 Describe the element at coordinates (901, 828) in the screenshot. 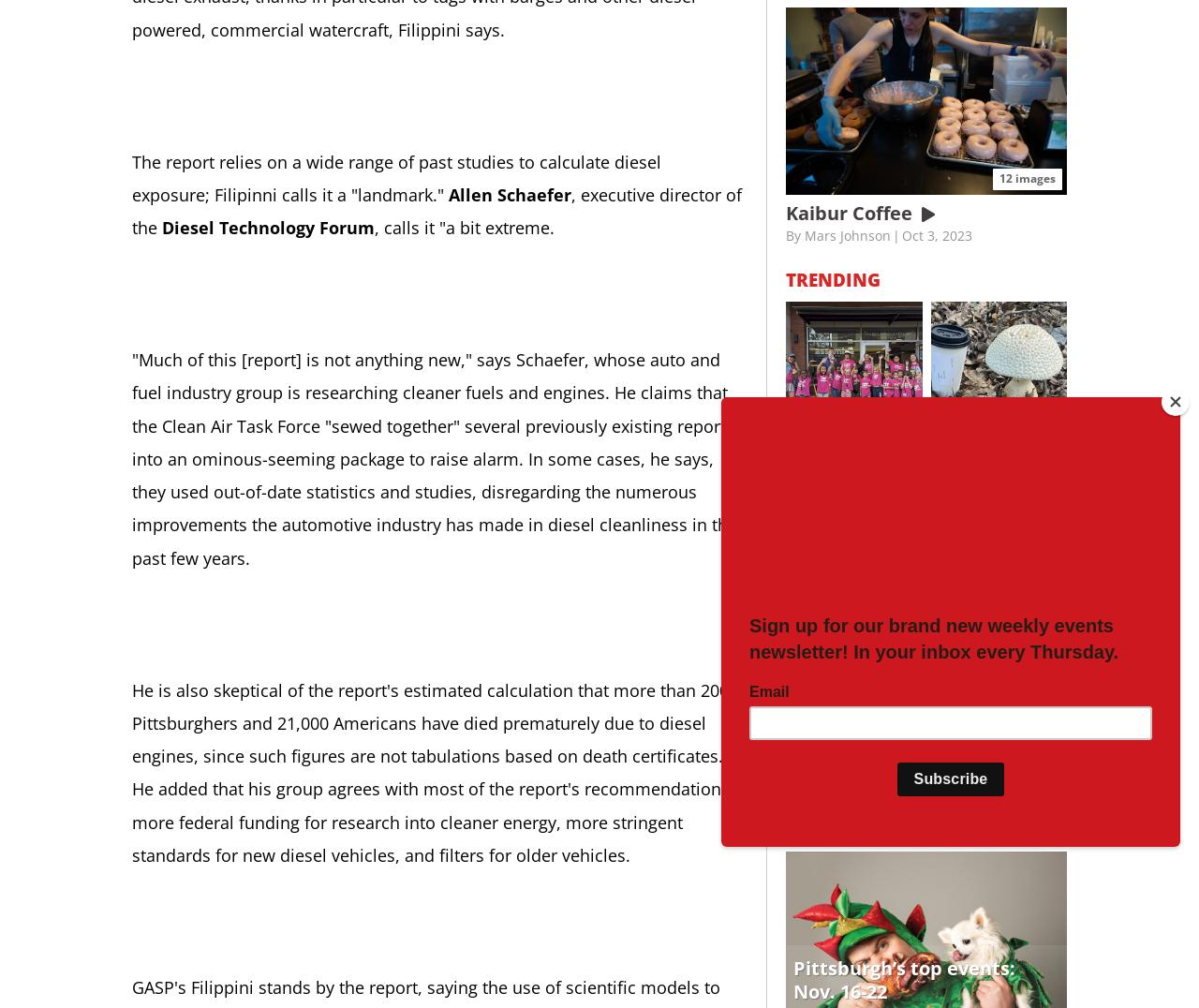

I see `'Things To Do This Week'` at that location.